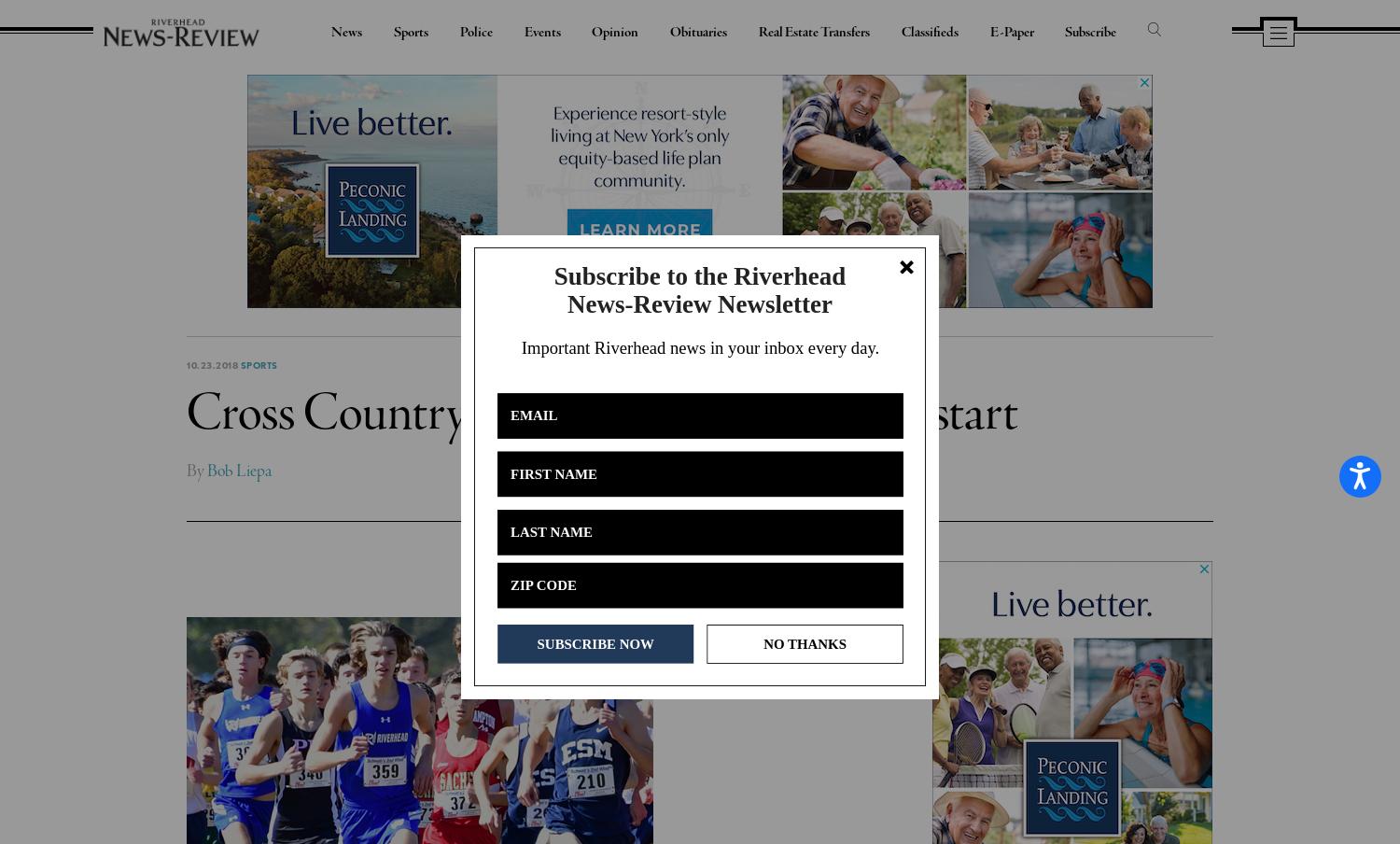  I want to click on 'News', so click(345, 30).